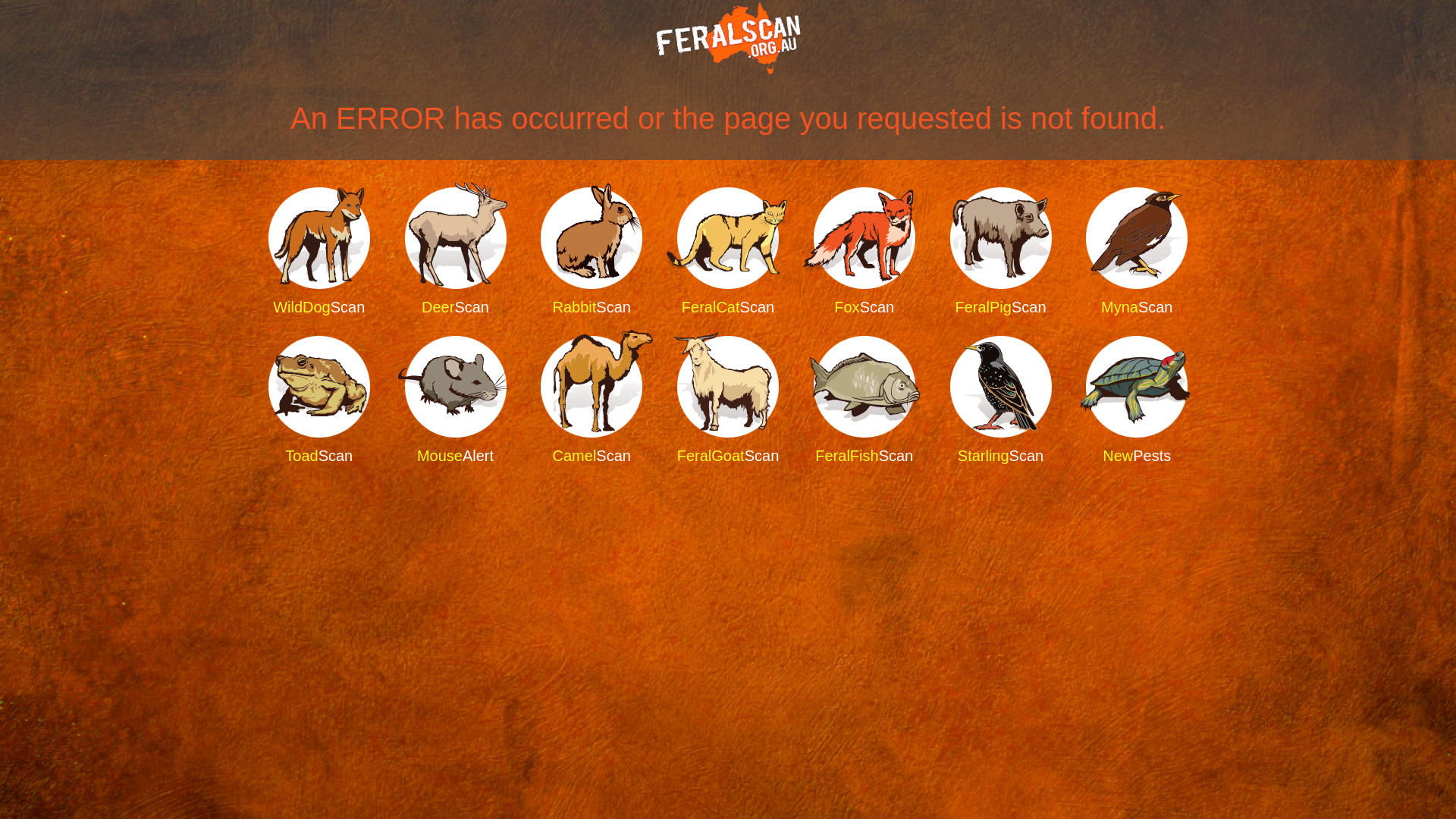  What do you see at coordinates (660, 251) in the screenshot?
I see `'FeralCatScan'` at bounding box center [660, 251].